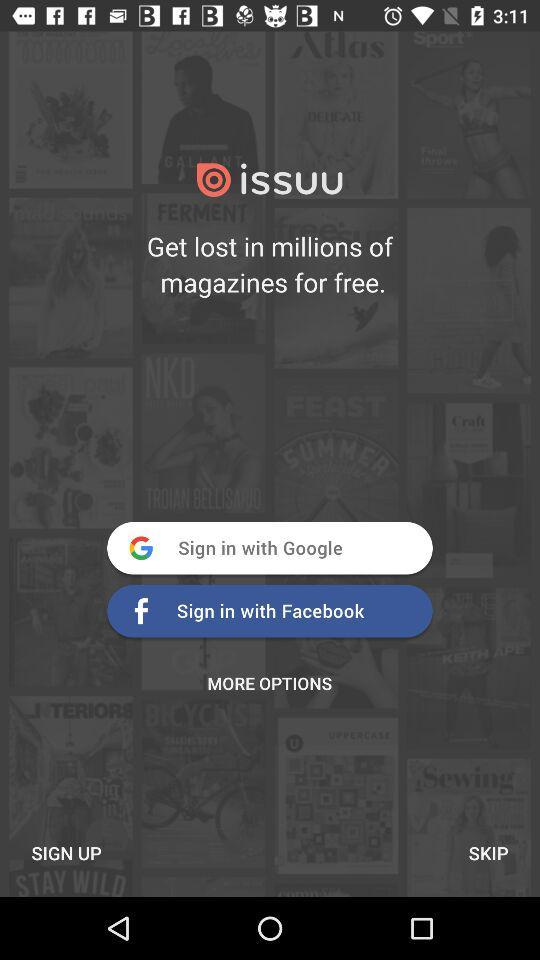 This screenshot has height=960, width=540. Describe the element at coordinates (487, 852) in the screenshot. I see `item to the right of the sign up item` at that location.